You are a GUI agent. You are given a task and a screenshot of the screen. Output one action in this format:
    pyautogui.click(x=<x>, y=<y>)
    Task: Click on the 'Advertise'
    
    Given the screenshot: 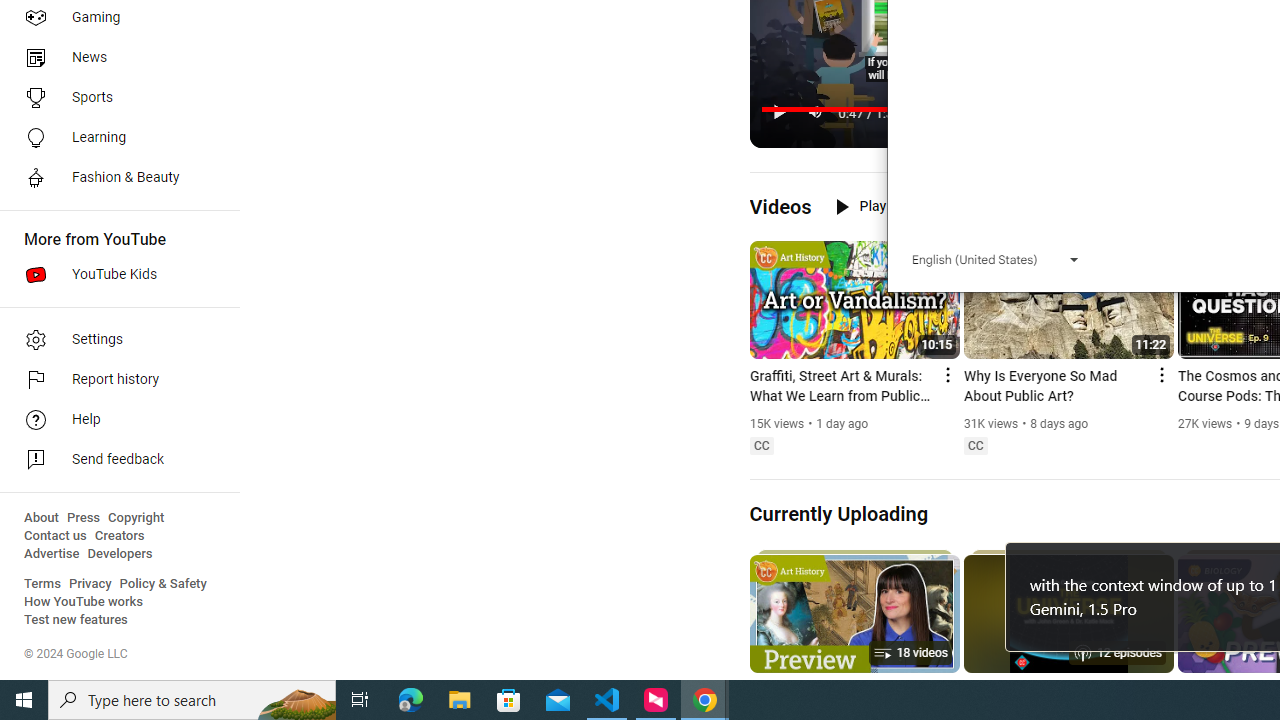 What is the action you would take?
    pyautogui.click(x=51, y=554)
    